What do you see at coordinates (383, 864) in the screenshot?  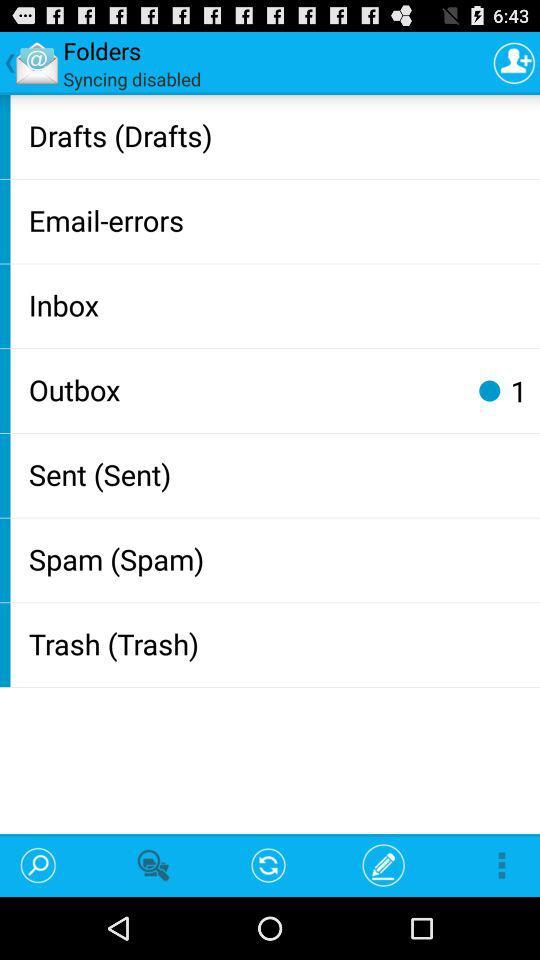 I see `app below the trash (trash)` at bounding box center [383, 864].